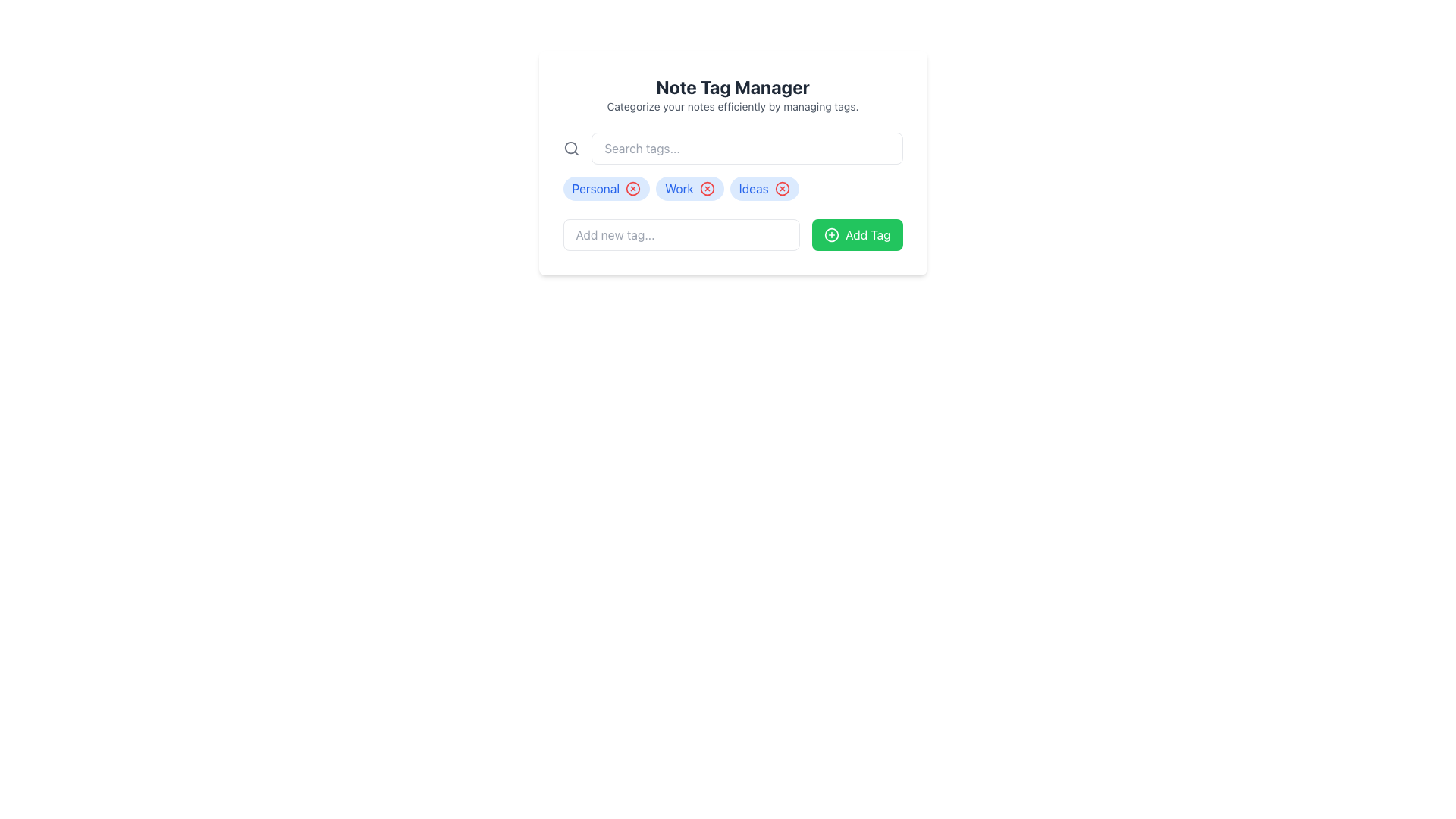  What do you see at coordinates (733, 234) in the screenshot?
I see `the input field in the 'Note Tag Manager' panel to focus it, which is located to the left of the green 'Add Tag' button` at bounding box center [733, 234].